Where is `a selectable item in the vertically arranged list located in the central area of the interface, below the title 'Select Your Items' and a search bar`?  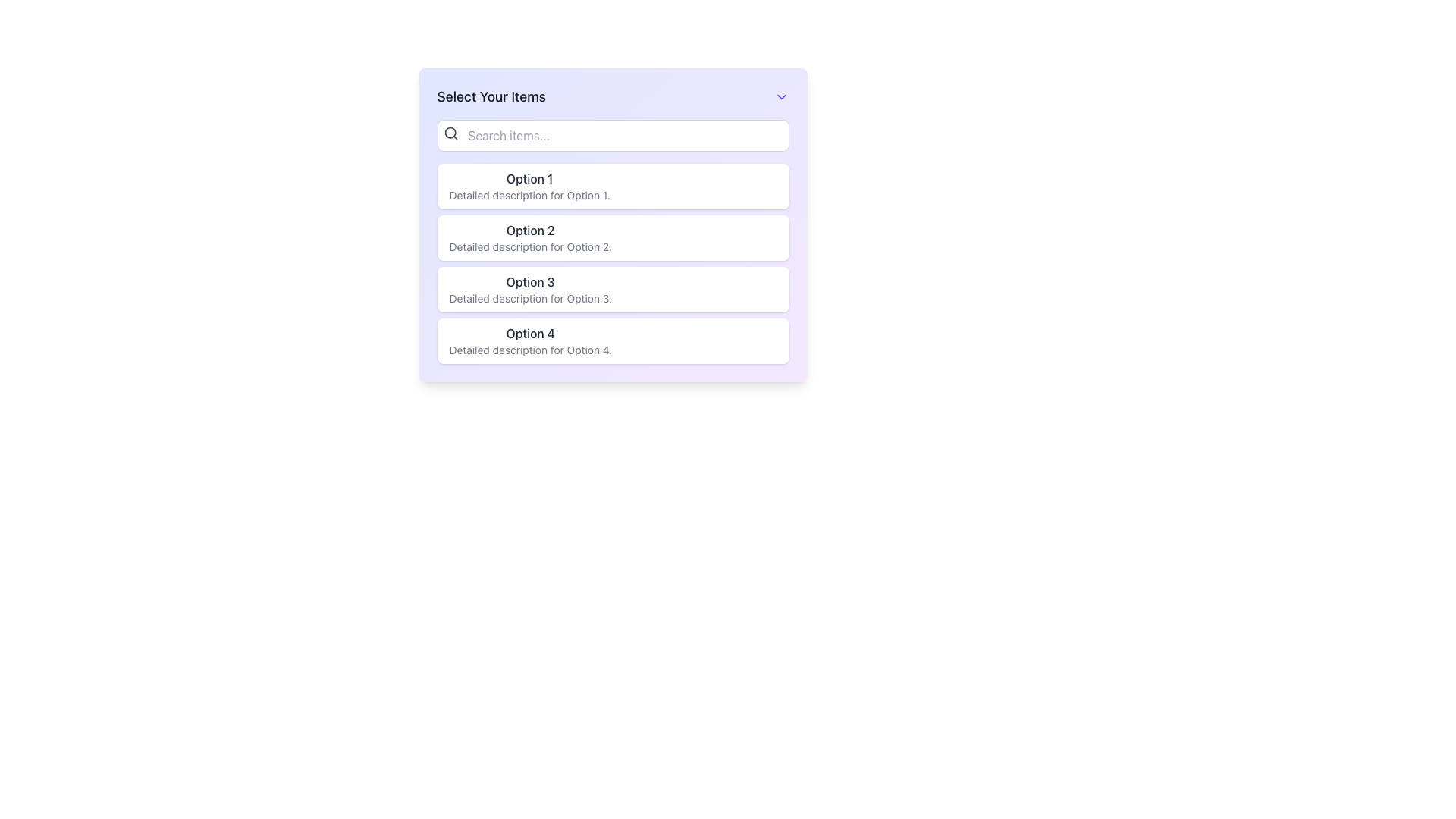
a selectable item in the vertically arranged list located in the central area of the interface, below the title 'Select Your Items' and a search bar is located at coordinates (613, 262).